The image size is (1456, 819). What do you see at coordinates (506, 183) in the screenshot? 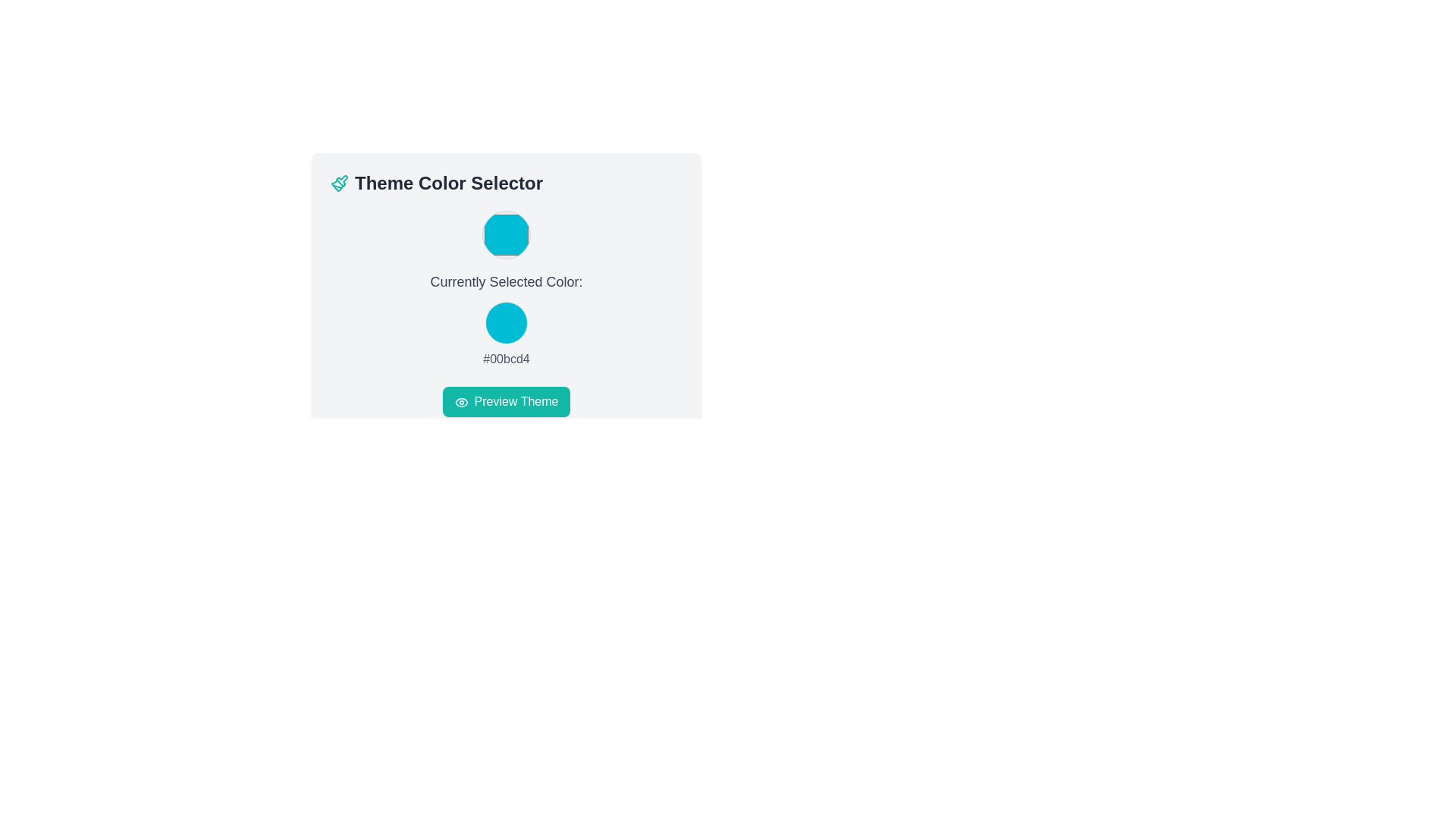
I see `the Text Label at the top of the card layout, which indicates the purpose of selecting a theme color` at bounding box center [506, 183].